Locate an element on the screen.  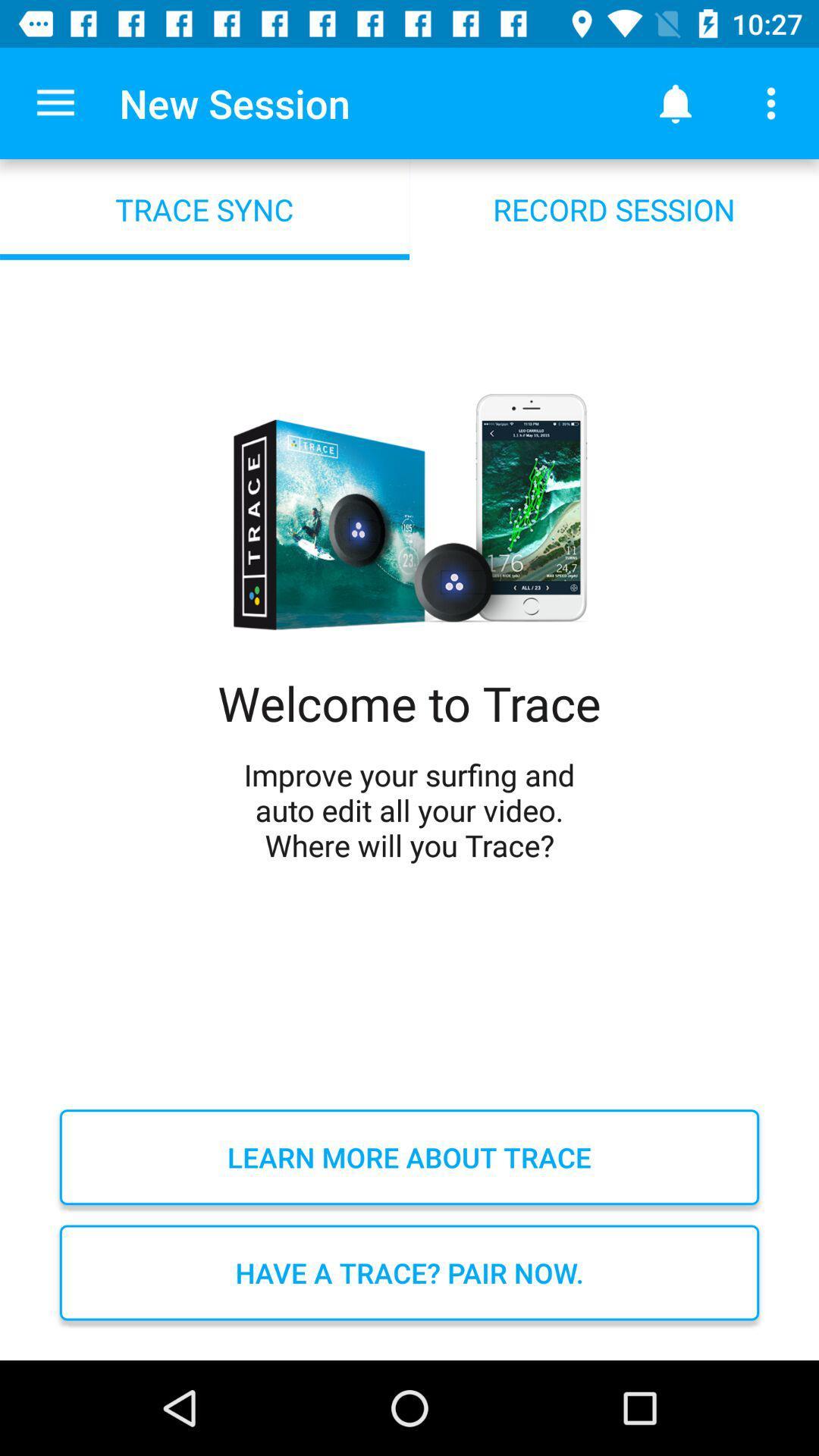
icon above have a trace item is located at coordinates (409, 1156).